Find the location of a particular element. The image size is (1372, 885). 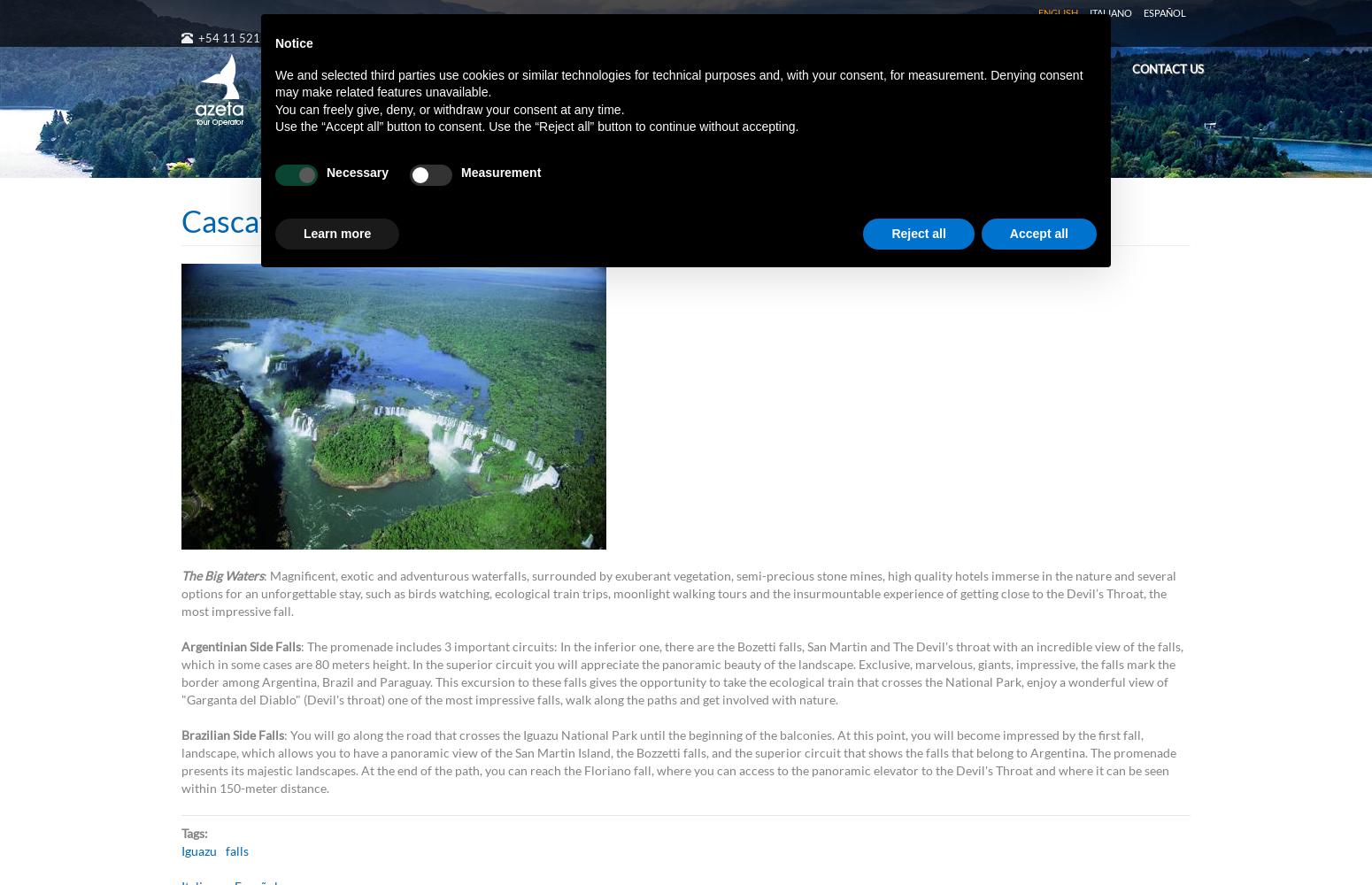

'Use the “Accept all” button to consent. Use the “Reject all” button to continue without accepting.' is located at coordinates (536, 127).